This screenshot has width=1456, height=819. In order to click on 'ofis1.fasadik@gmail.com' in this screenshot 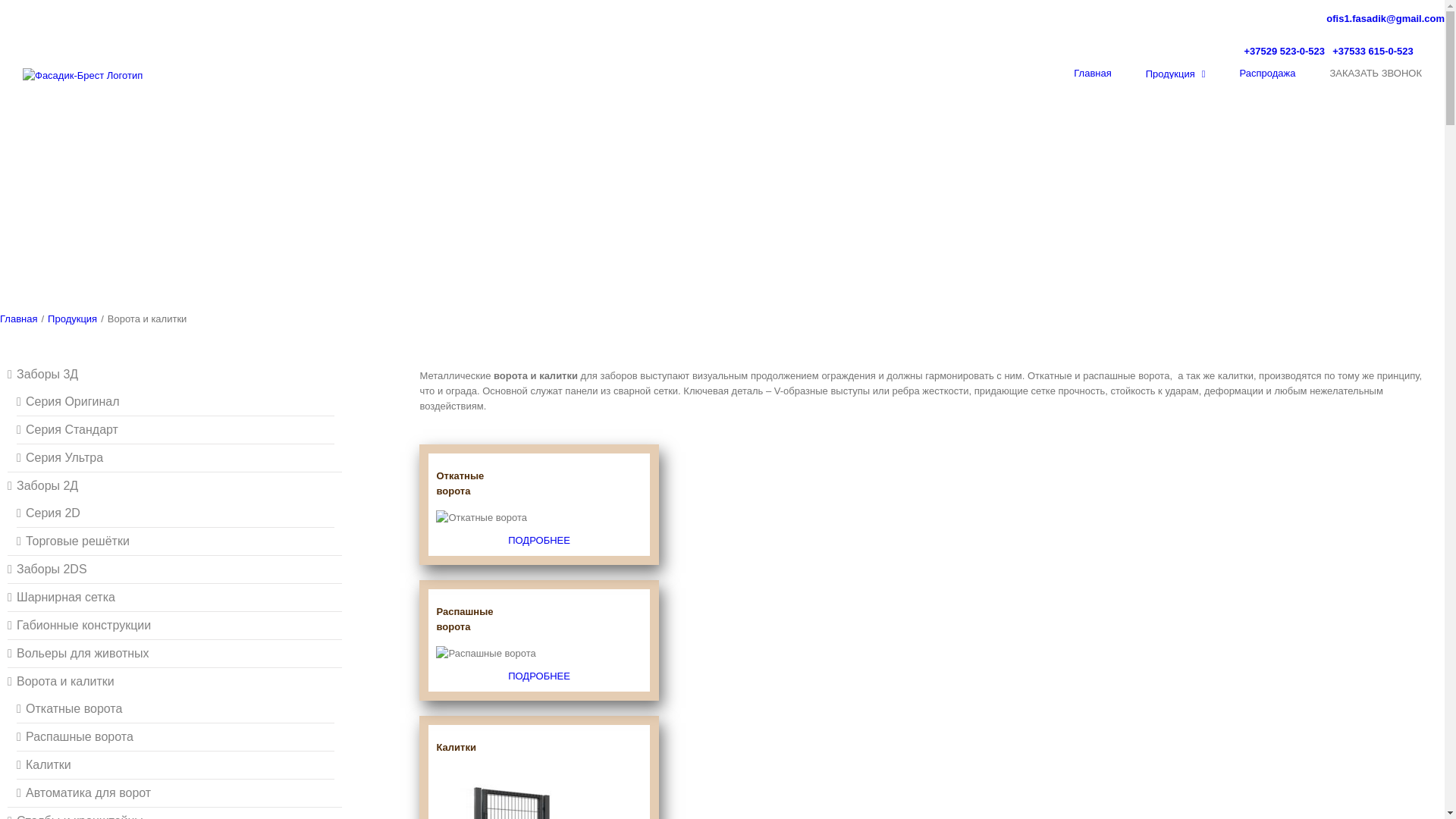, I will do `click(1385, 18)`.